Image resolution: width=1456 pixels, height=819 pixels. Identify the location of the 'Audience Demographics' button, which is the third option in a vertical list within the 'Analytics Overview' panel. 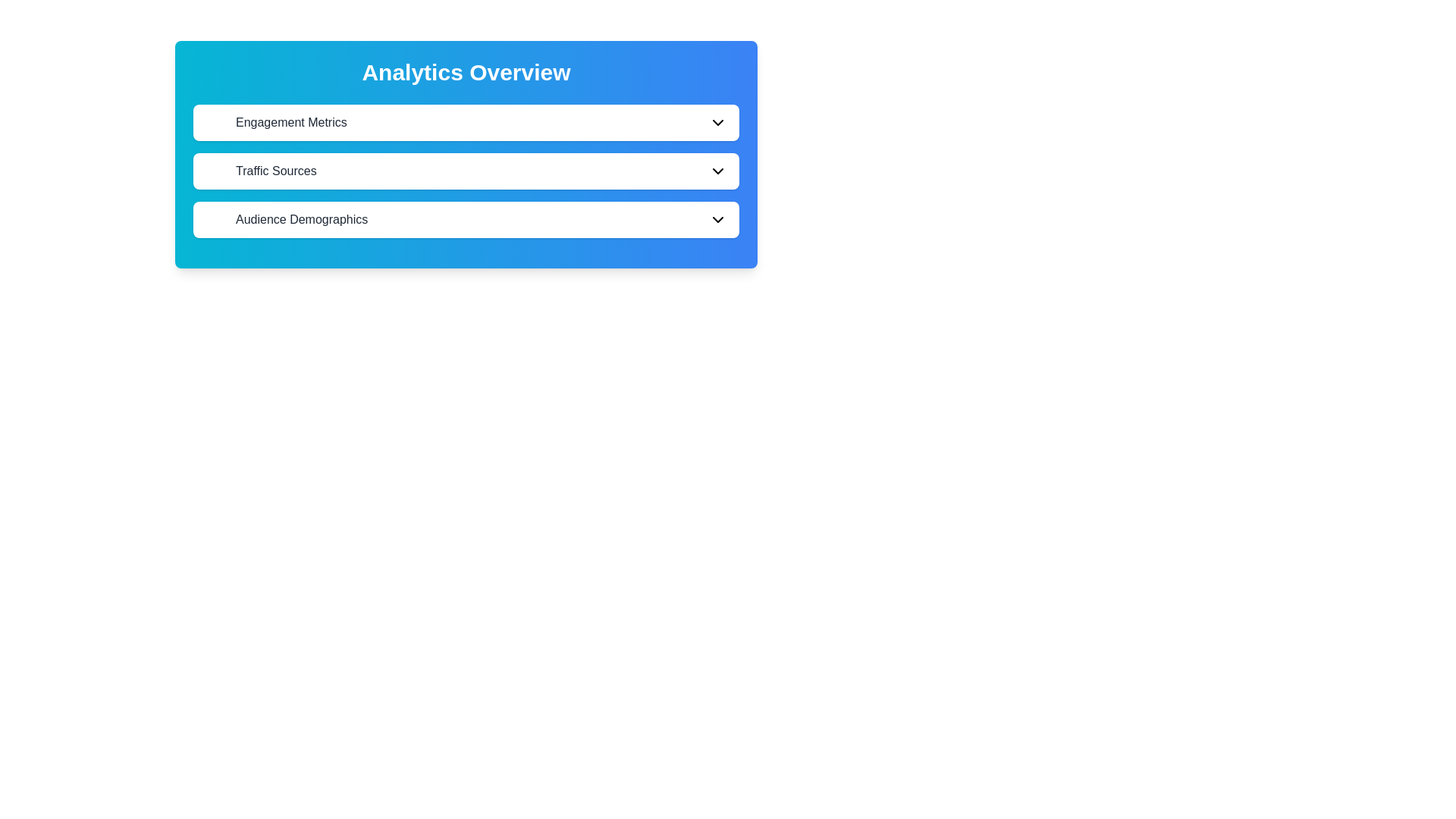
(465, 219).